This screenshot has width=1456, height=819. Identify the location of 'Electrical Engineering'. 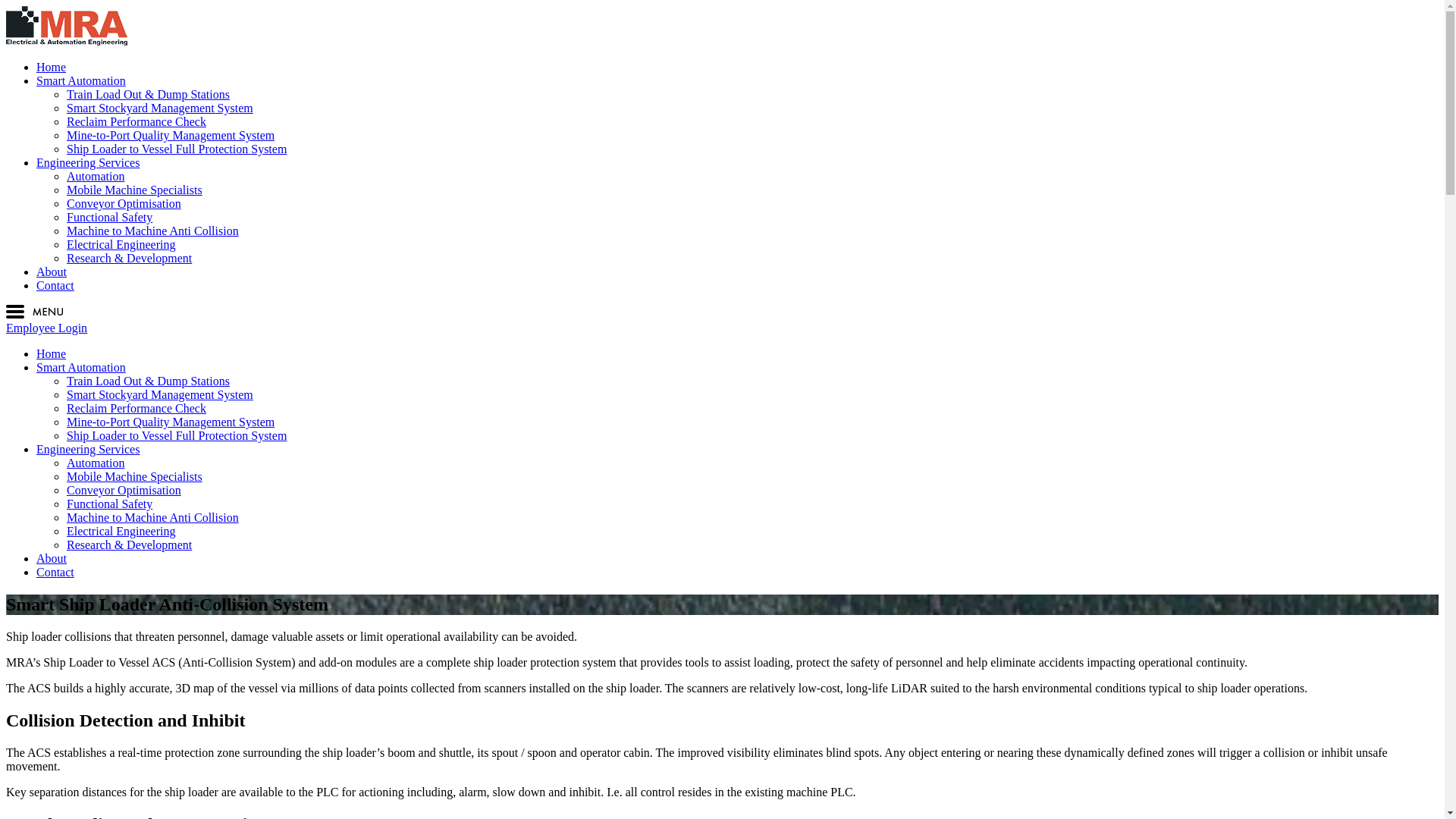
(65, 530).